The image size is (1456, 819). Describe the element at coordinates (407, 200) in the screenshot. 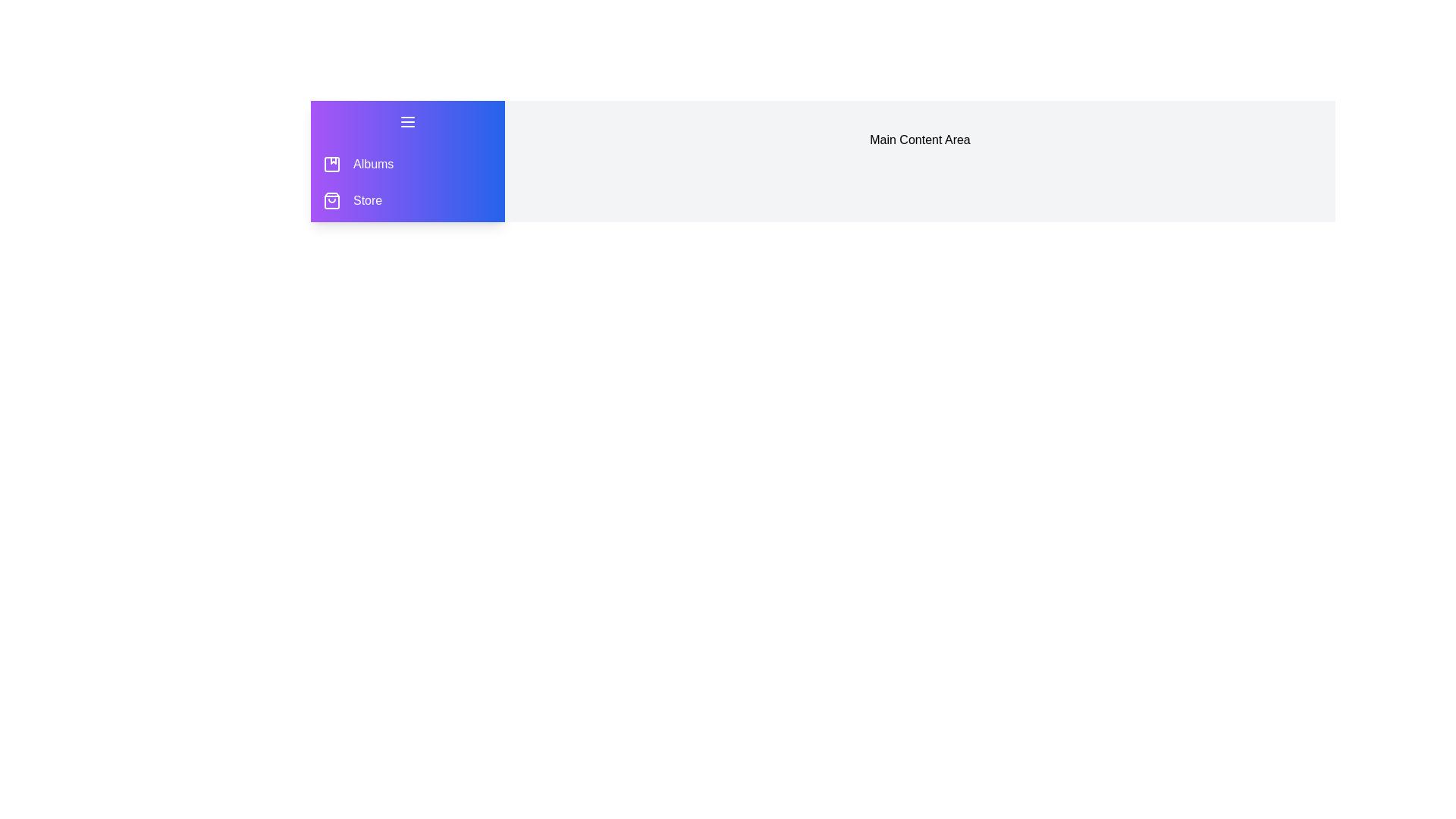

I see `the 'Store' item in the drawer` at that location.